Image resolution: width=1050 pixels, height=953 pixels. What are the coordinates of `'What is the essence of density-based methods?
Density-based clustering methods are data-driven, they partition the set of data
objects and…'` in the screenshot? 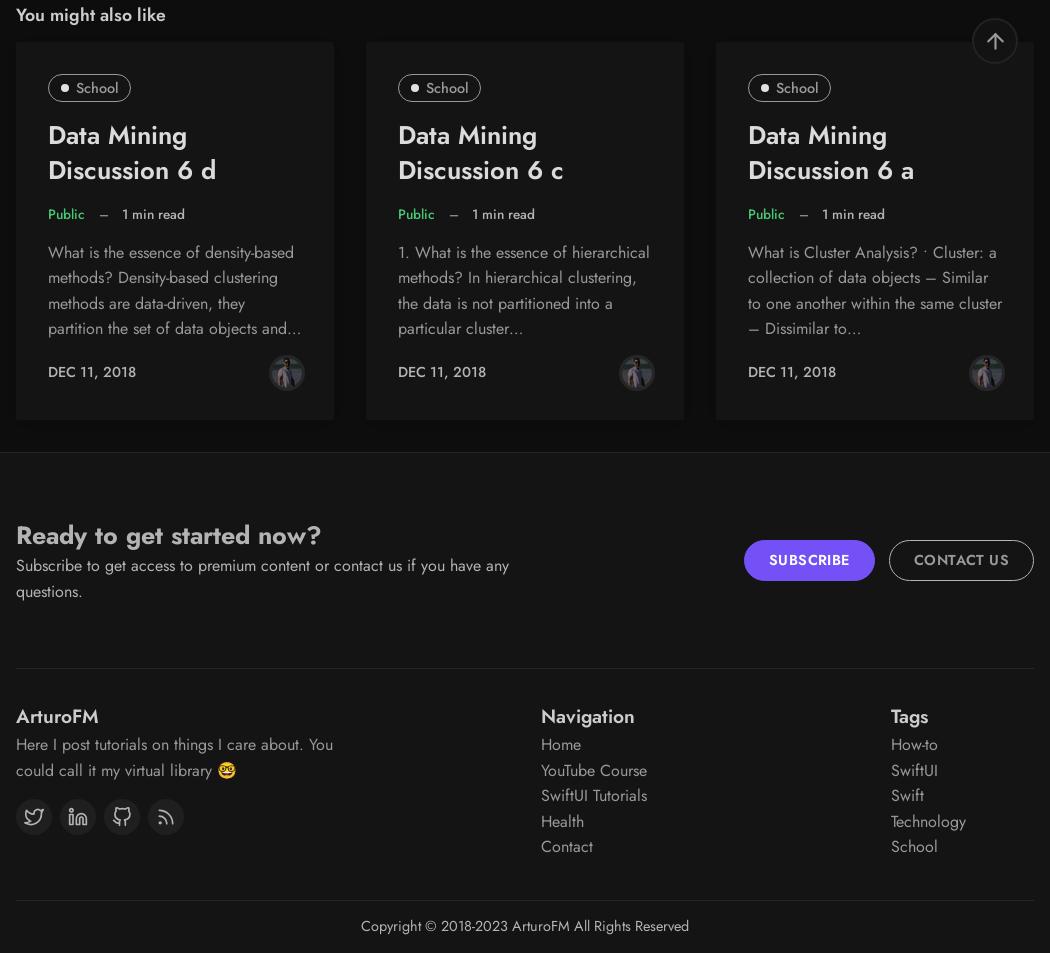 It's located at (174, 288).